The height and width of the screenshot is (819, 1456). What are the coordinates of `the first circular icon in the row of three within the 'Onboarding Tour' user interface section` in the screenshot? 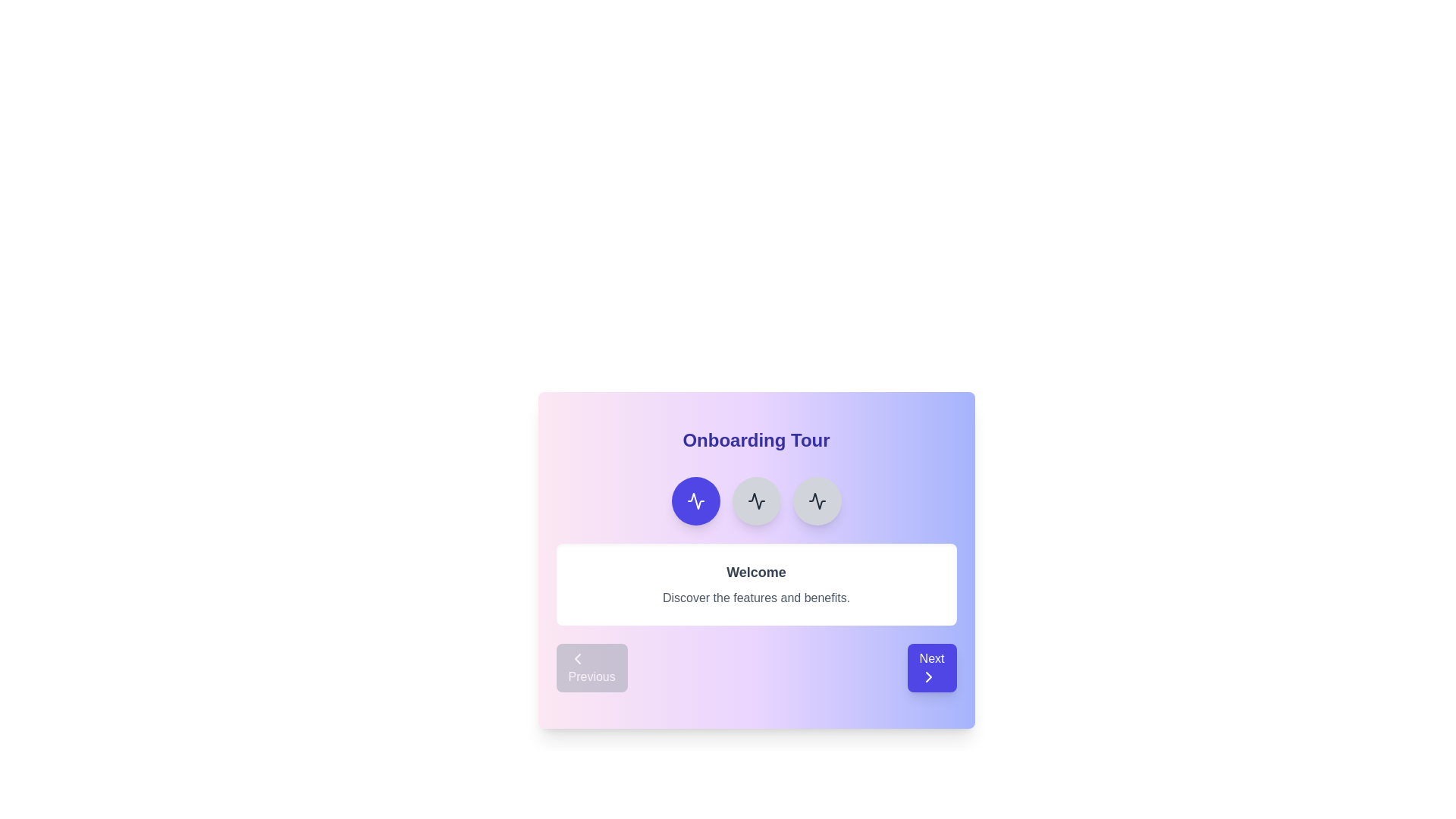 It's located at (695, 500).